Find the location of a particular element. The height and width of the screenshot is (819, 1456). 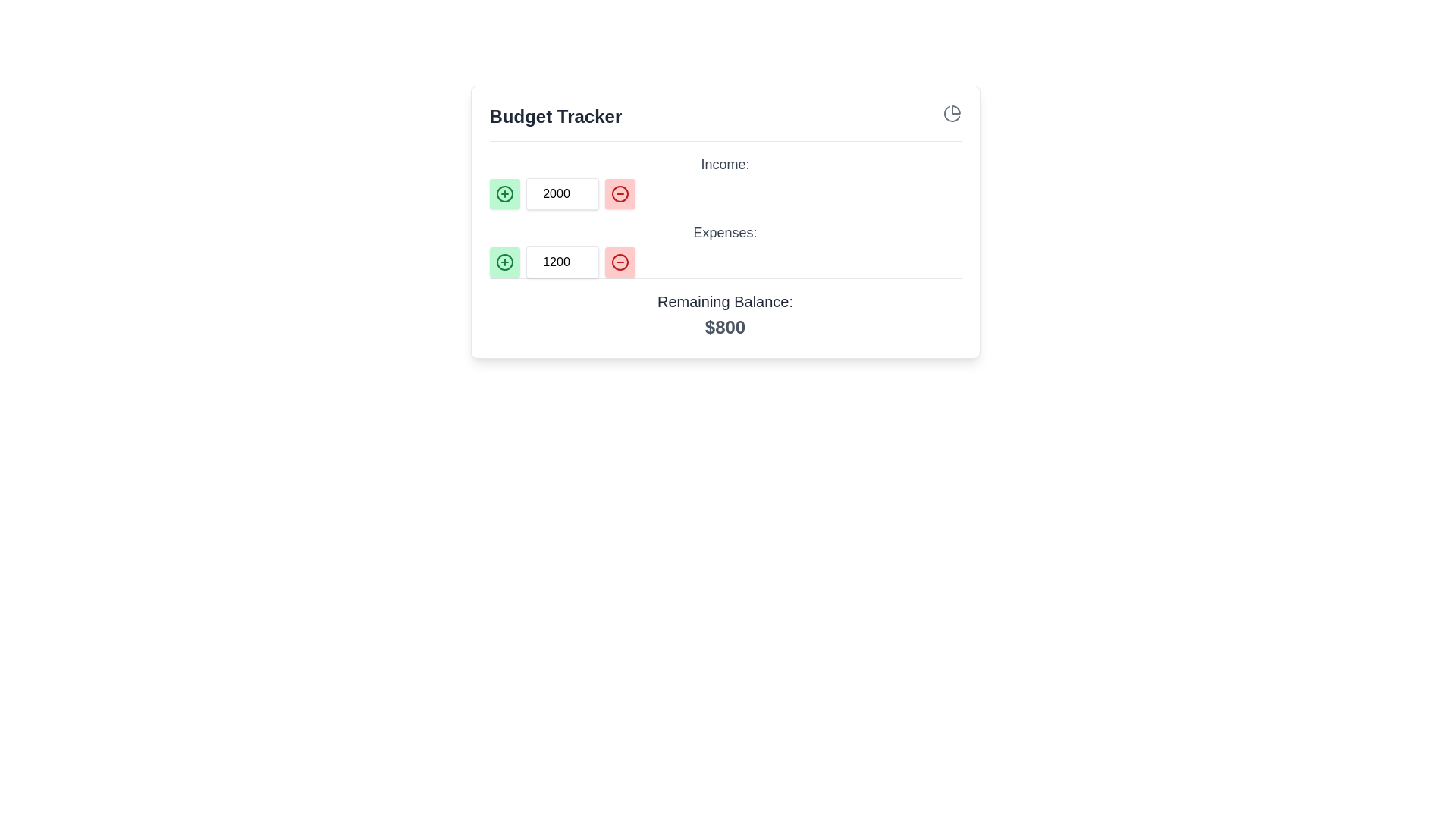

the '+' icon button located to the left of the input field labeled '1200' in the monetary entries section is located at coordinates (504, 262).